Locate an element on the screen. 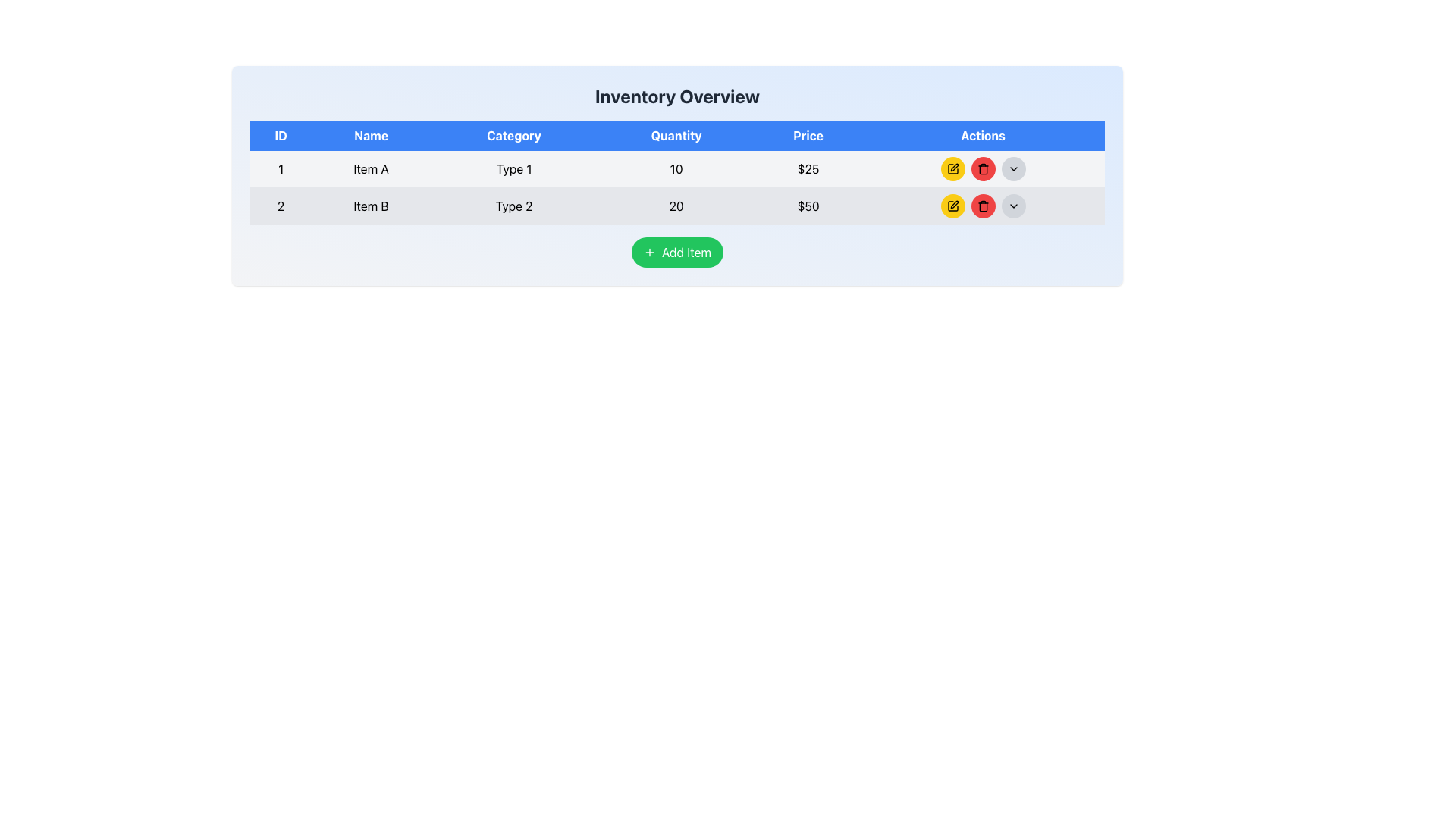  the distinctive green pill-shaped button labeled 'Add Item' is located at coordinates (676, 251).